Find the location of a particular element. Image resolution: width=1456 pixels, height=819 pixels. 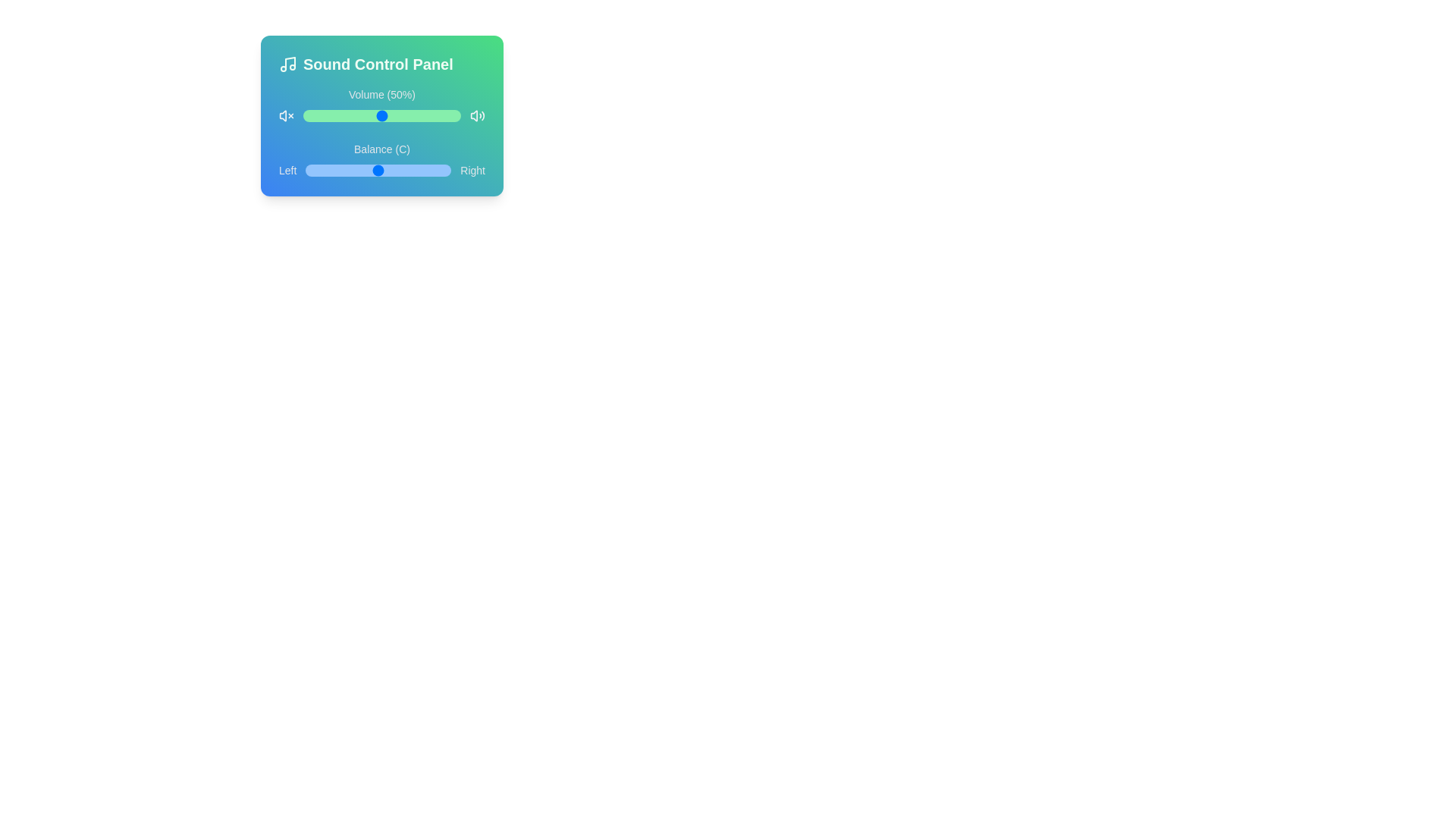

the volume slider is located at coordinates (304, 115).